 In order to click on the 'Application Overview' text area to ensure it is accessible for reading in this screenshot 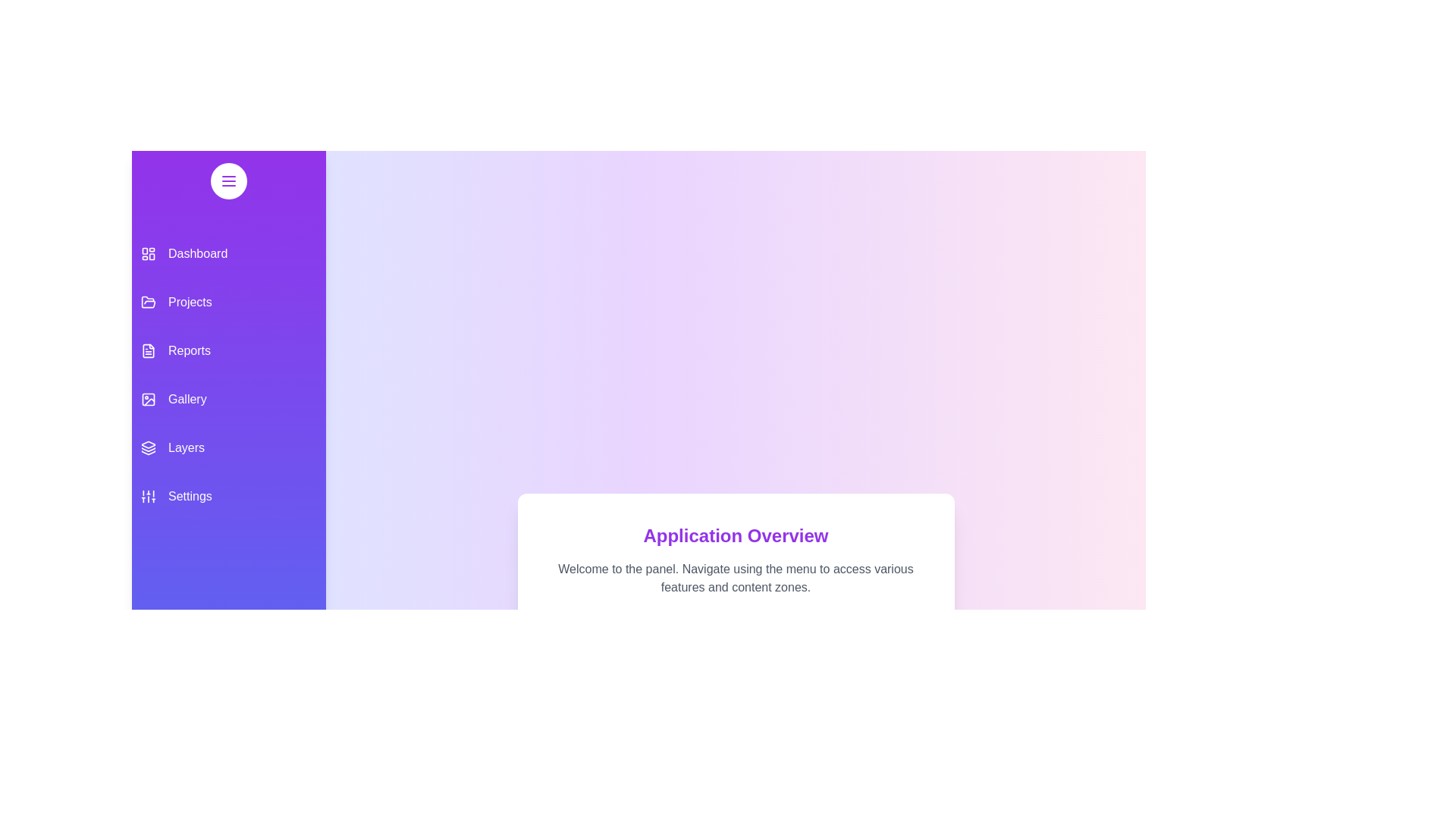, I will do `click(736, 560)`.